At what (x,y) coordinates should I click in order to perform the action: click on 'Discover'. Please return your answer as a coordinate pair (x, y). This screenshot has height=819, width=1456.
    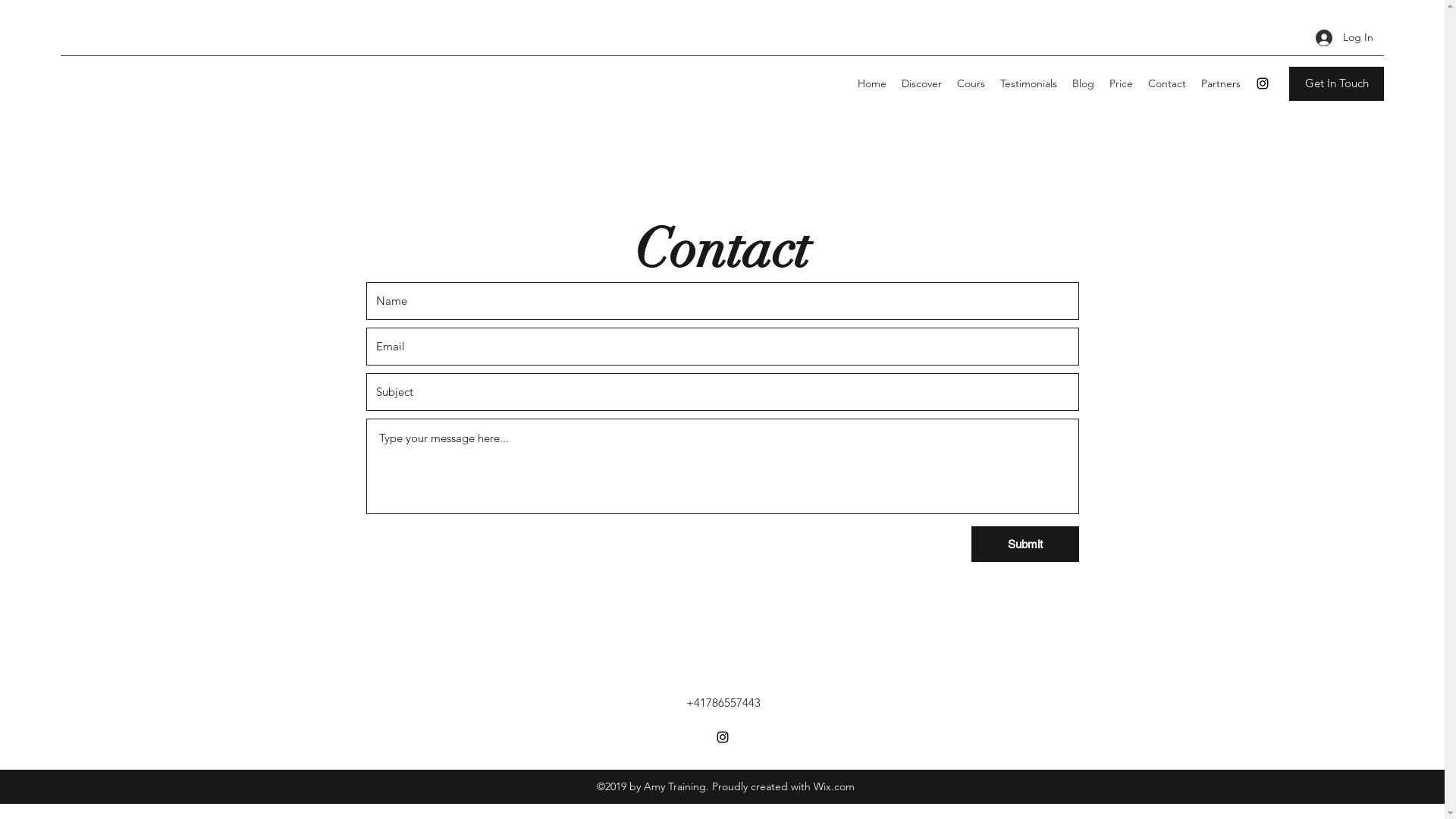
    Looking at the image, I should click on (921, 83).